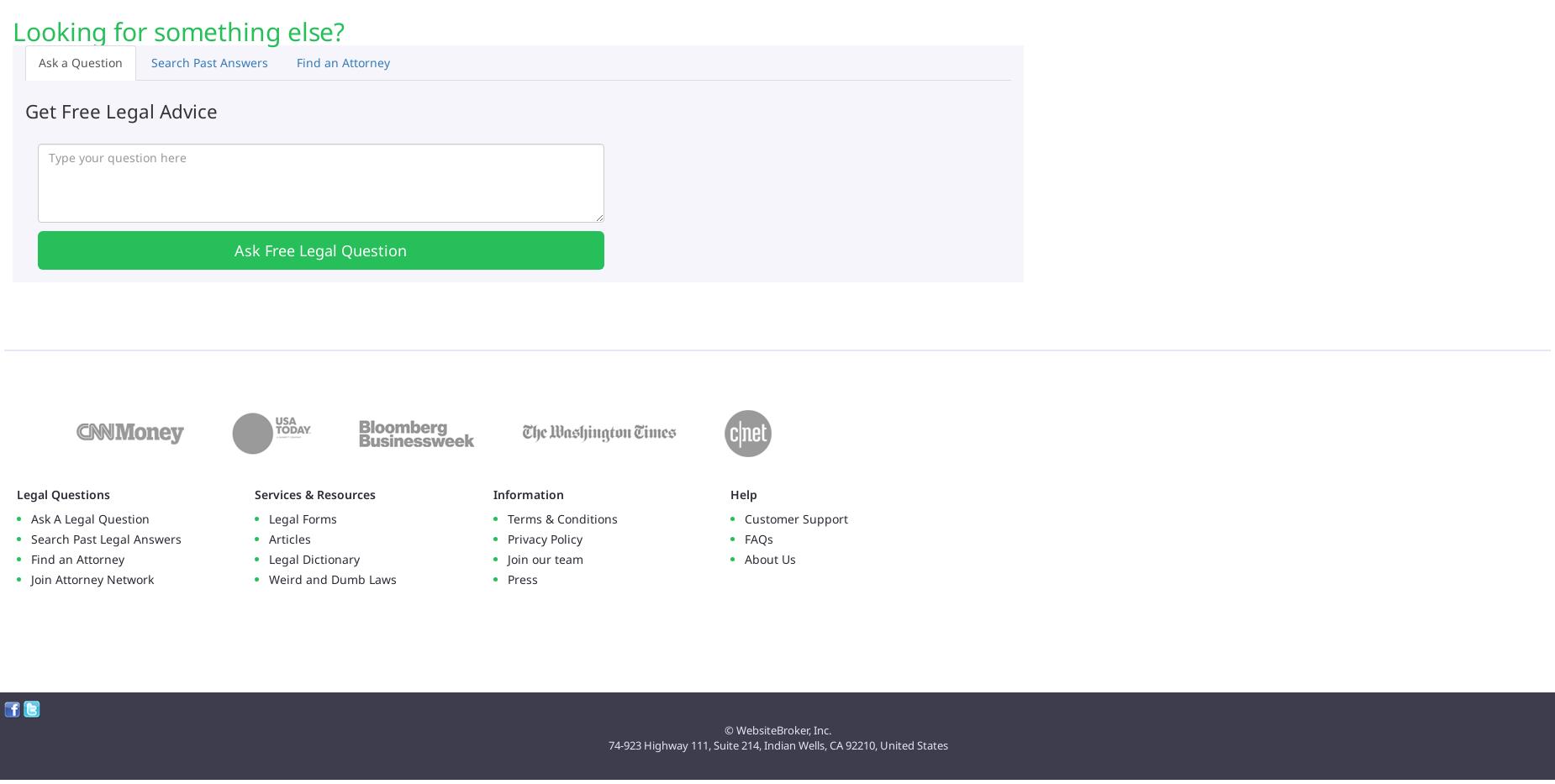 Image resolution: width=1555 pixels, height=784 pixels. Describe the element at coordinates (62, 494) in the screenshot. I see `'Legal Questions'` at that location.